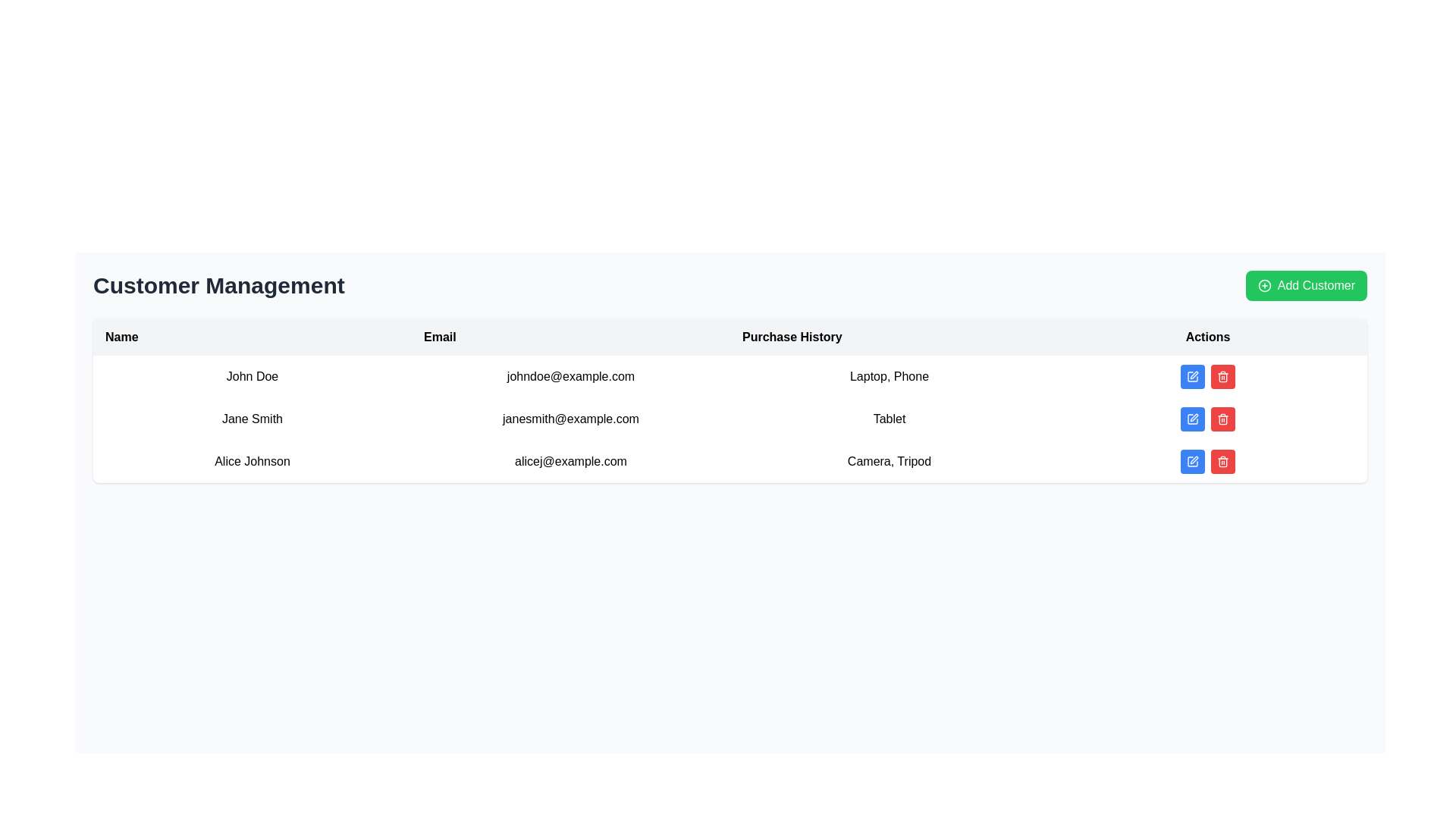 Image resolution: width=1456 pixels, height=819 pixels. What do you see at coordinates (570, 461) in the screenshot?
I see `the email display element for 'Alice Johnson' in the table, which is located in the second cell of the 'Email' column` at bounding box center [570, 461].